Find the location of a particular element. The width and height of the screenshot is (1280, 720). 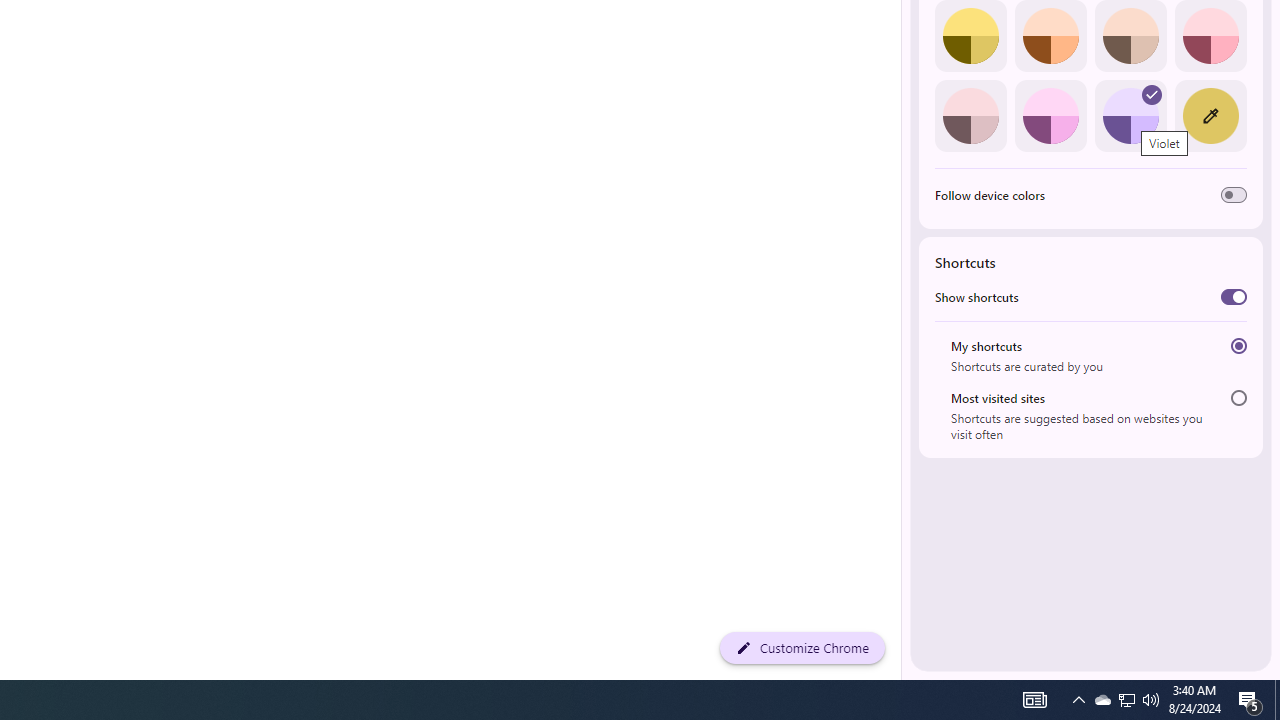

'Most visited sites' is located at coordinates (1238, 398).